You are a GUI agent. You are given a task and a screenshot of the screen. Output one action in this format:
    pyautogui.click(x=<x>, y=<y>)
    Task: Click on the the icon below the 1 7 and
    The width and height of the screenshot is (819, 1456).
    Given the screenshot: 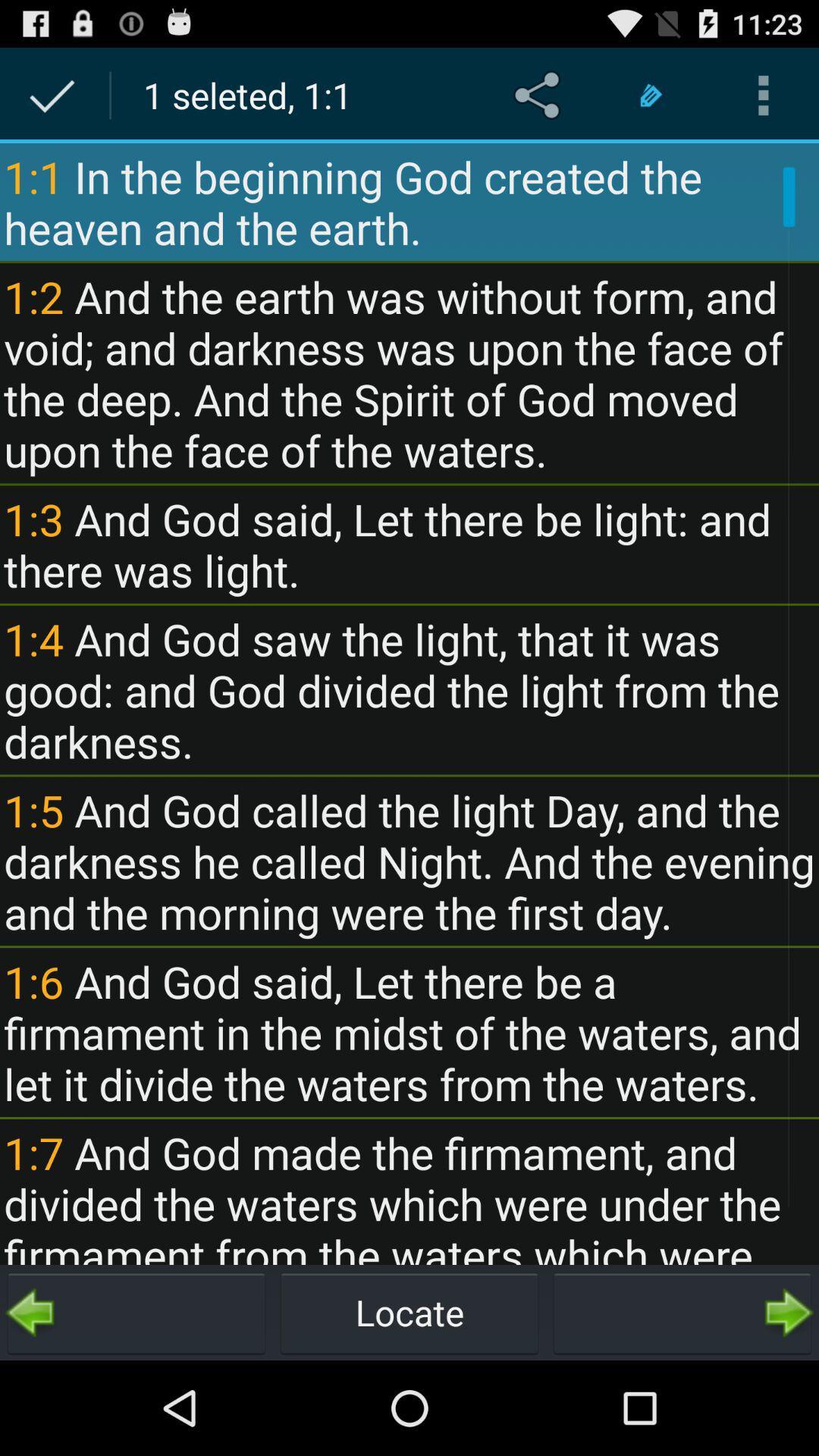 What is the action you would take?
    pyautogui.click(x=136, y=1312)
    